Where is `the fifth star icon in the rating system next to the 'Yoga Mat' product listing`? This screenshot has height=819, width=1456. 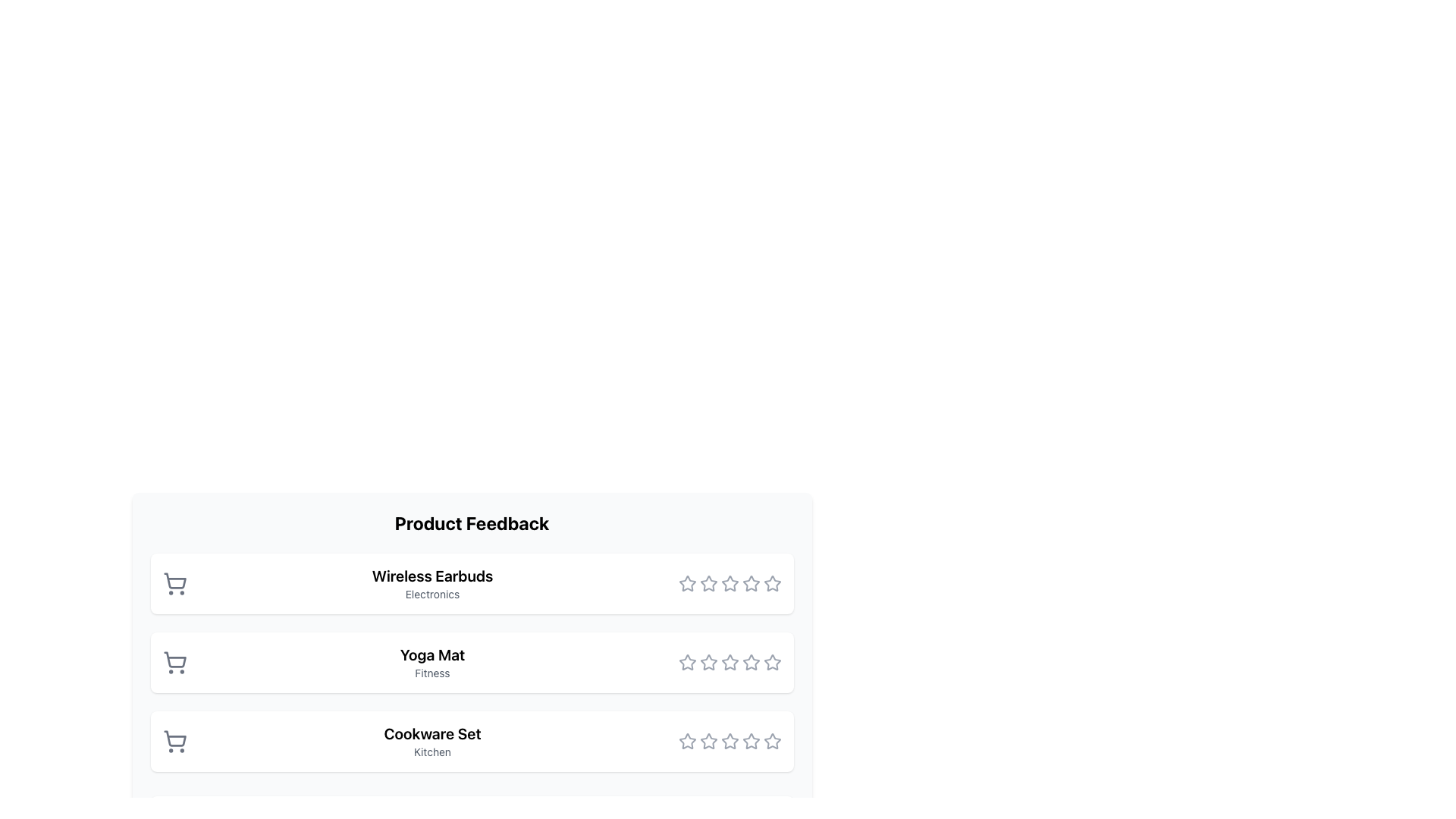
the fifth star icon in the rating system next to the 'Yoga Mat' product listing is located at coordinates (772, 661).